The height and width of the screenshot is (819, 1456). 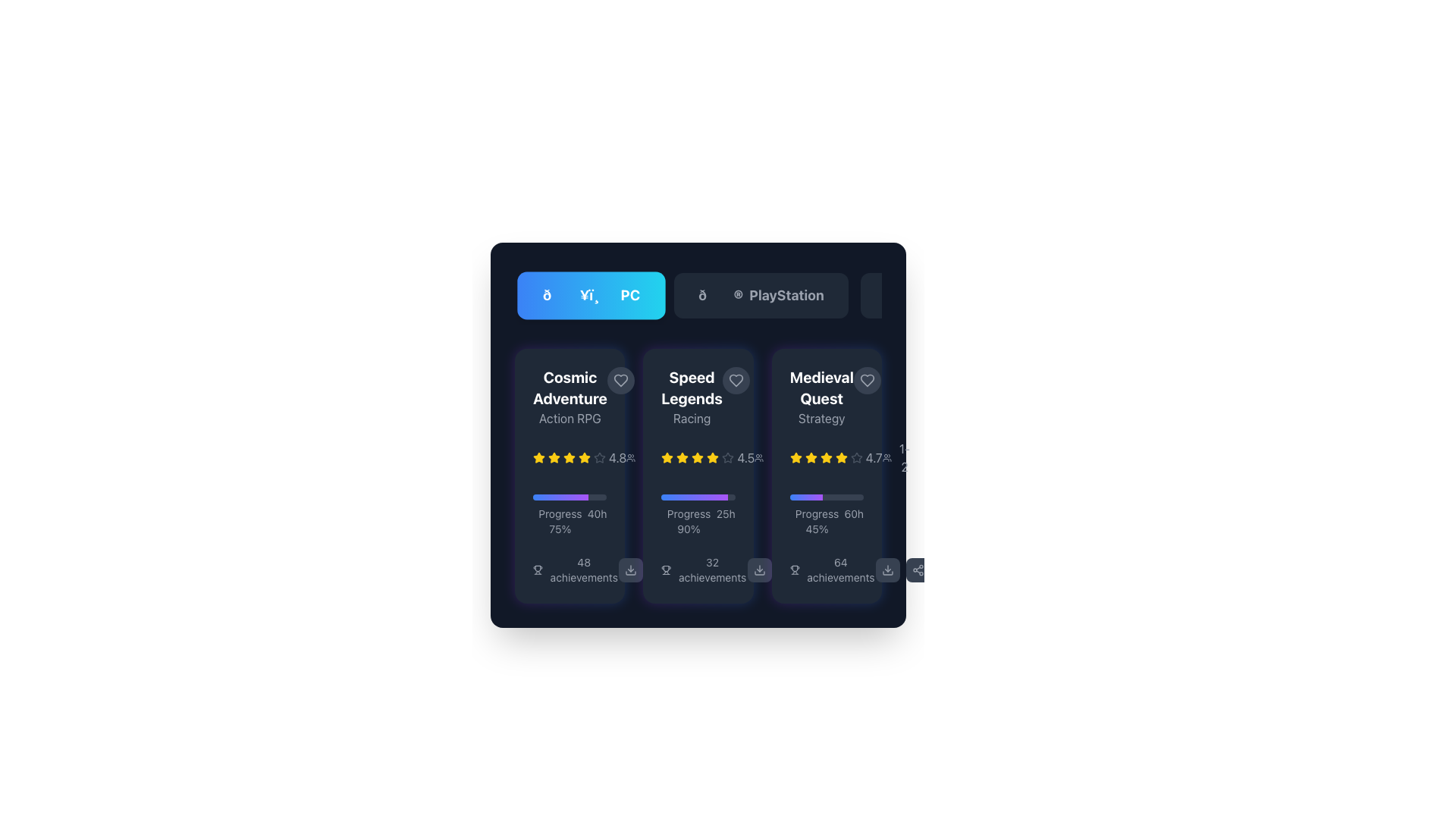 What do you see at coordinates (789, 570) in the screenshot?
I see `the share button located in the lower-right corner of the 'Medieval Quest' card, which is the second button in a horizontally aligned group, to initiate the sharing action` at bounding box center [789, 570].